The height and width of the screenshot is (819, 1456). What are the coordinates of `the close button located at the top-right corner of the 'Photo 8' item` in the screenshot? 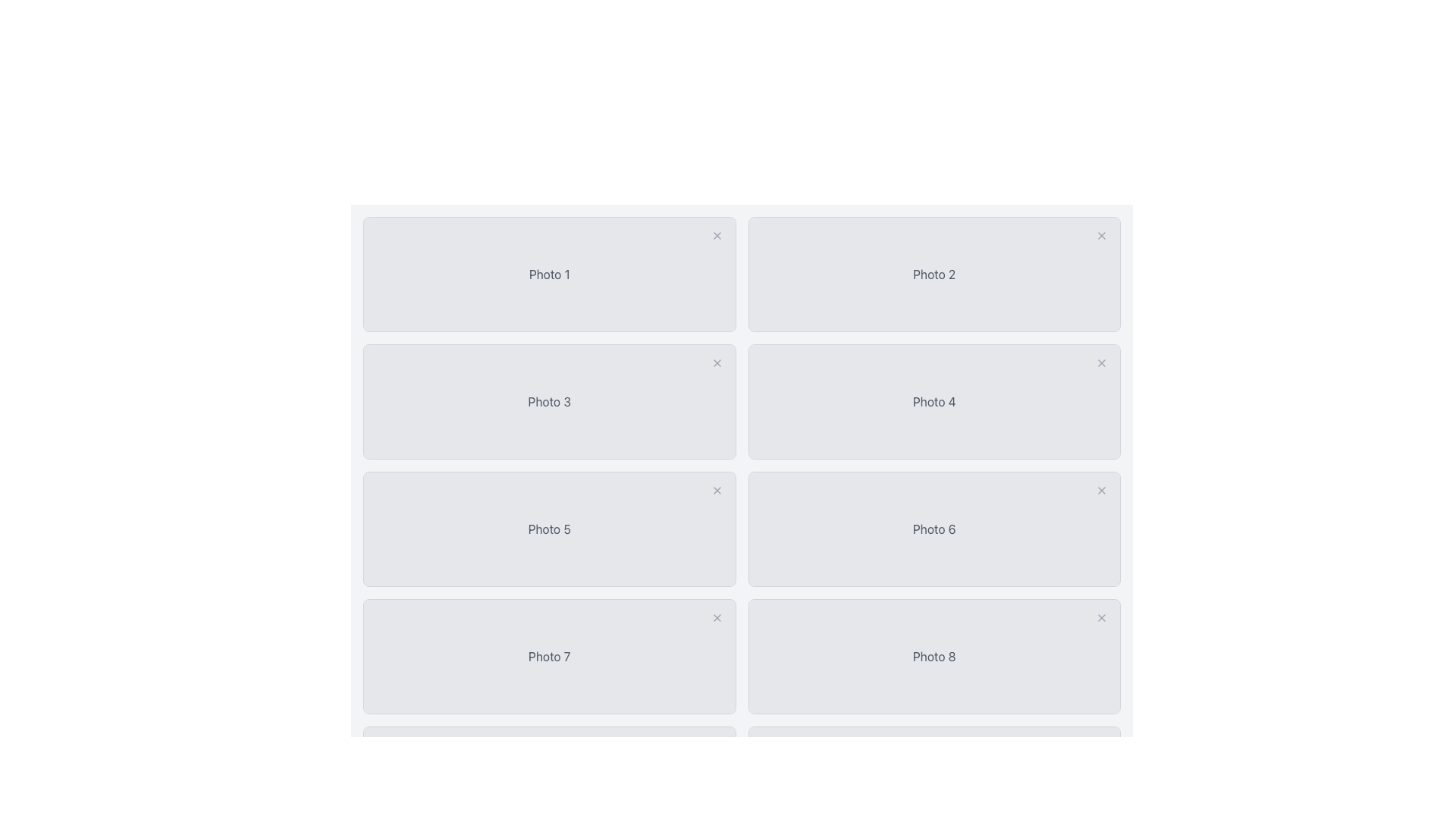 It's located at (1102, 617).